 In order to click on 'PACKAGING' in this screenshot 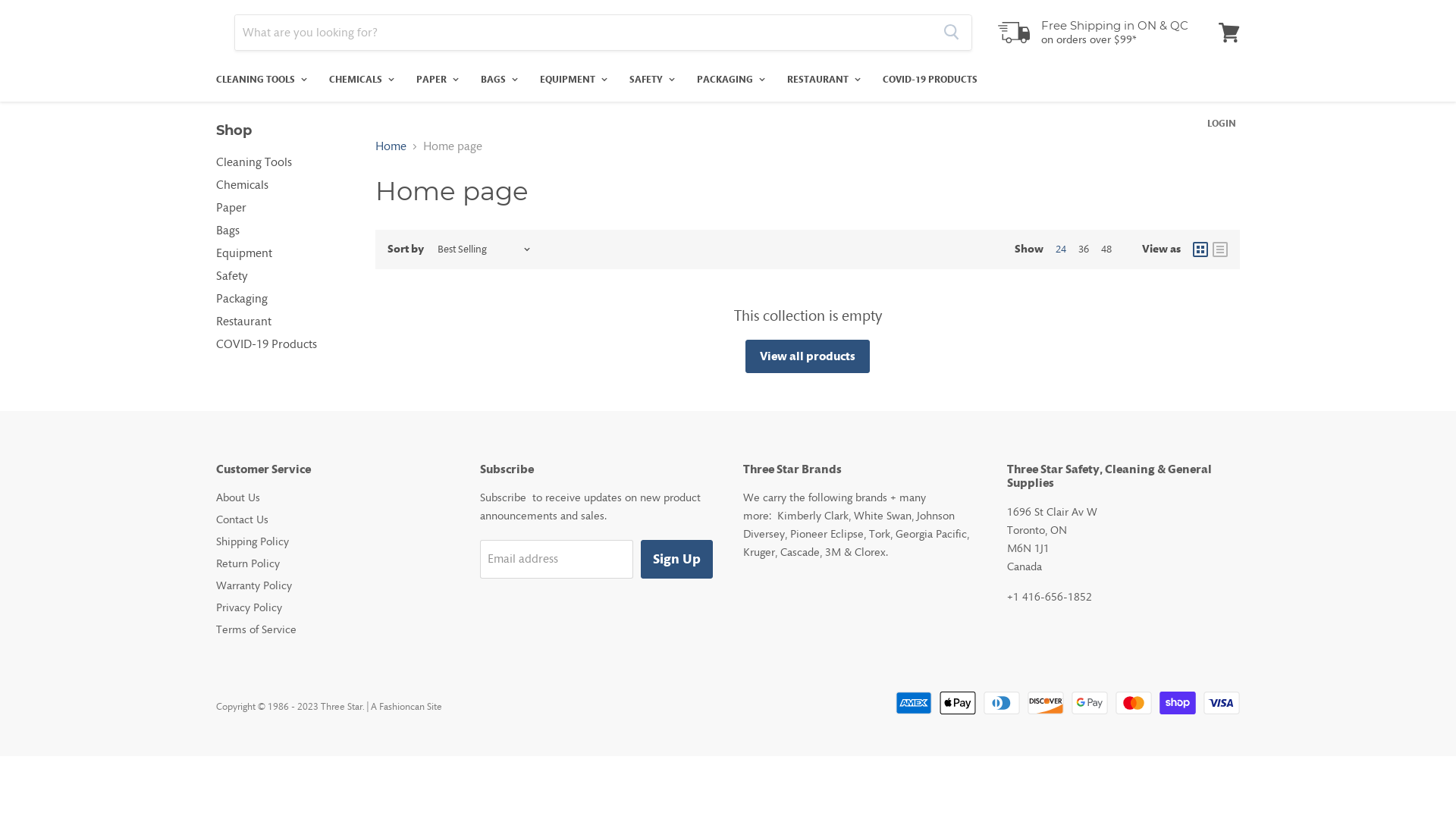, I will do `click(729, 79)`.